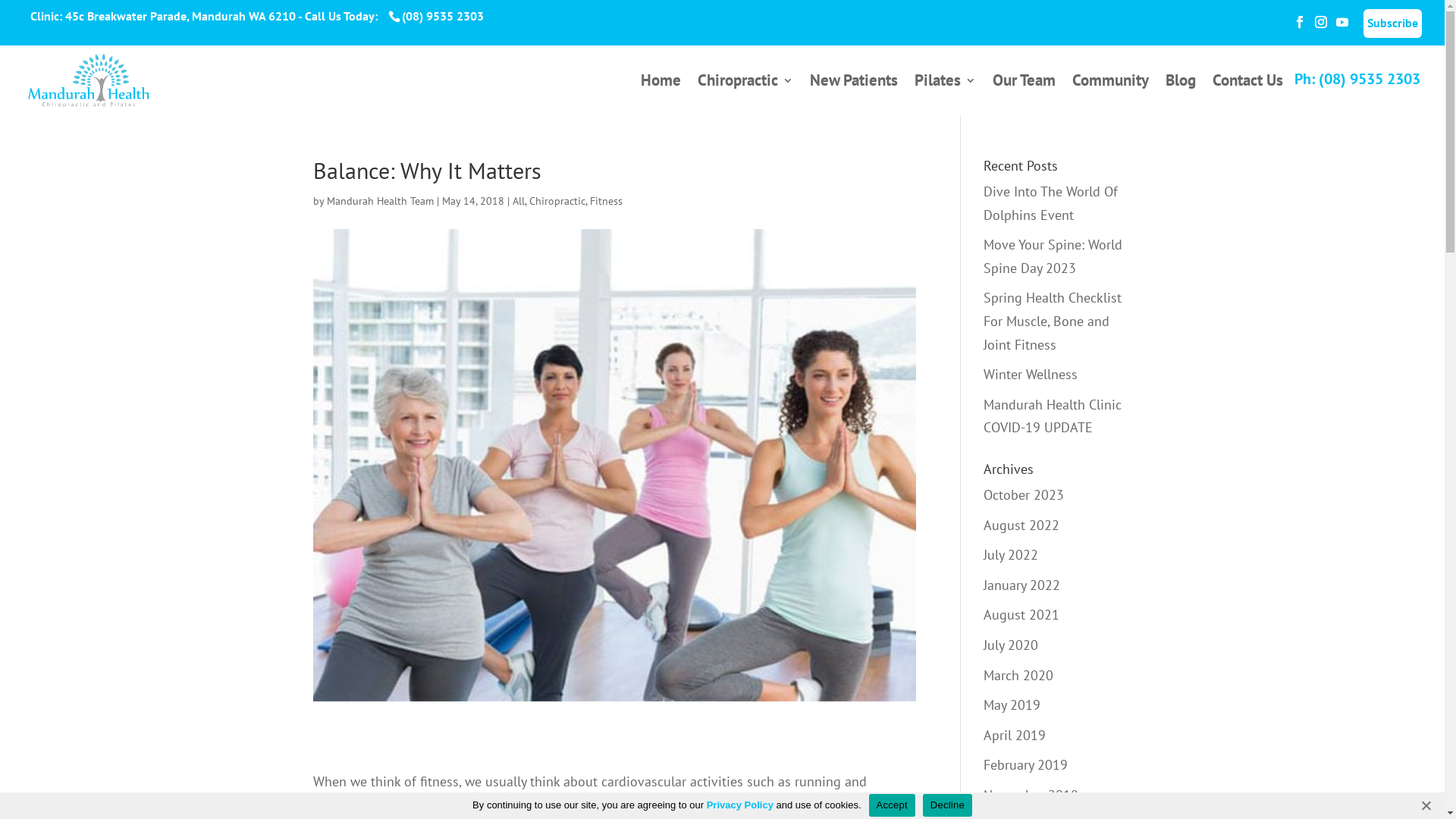 This screenshot has height=819, width=1456. Describe the element at coordinates (1247, 95) in the screenshot. I see `'Contact Us'` at that location.